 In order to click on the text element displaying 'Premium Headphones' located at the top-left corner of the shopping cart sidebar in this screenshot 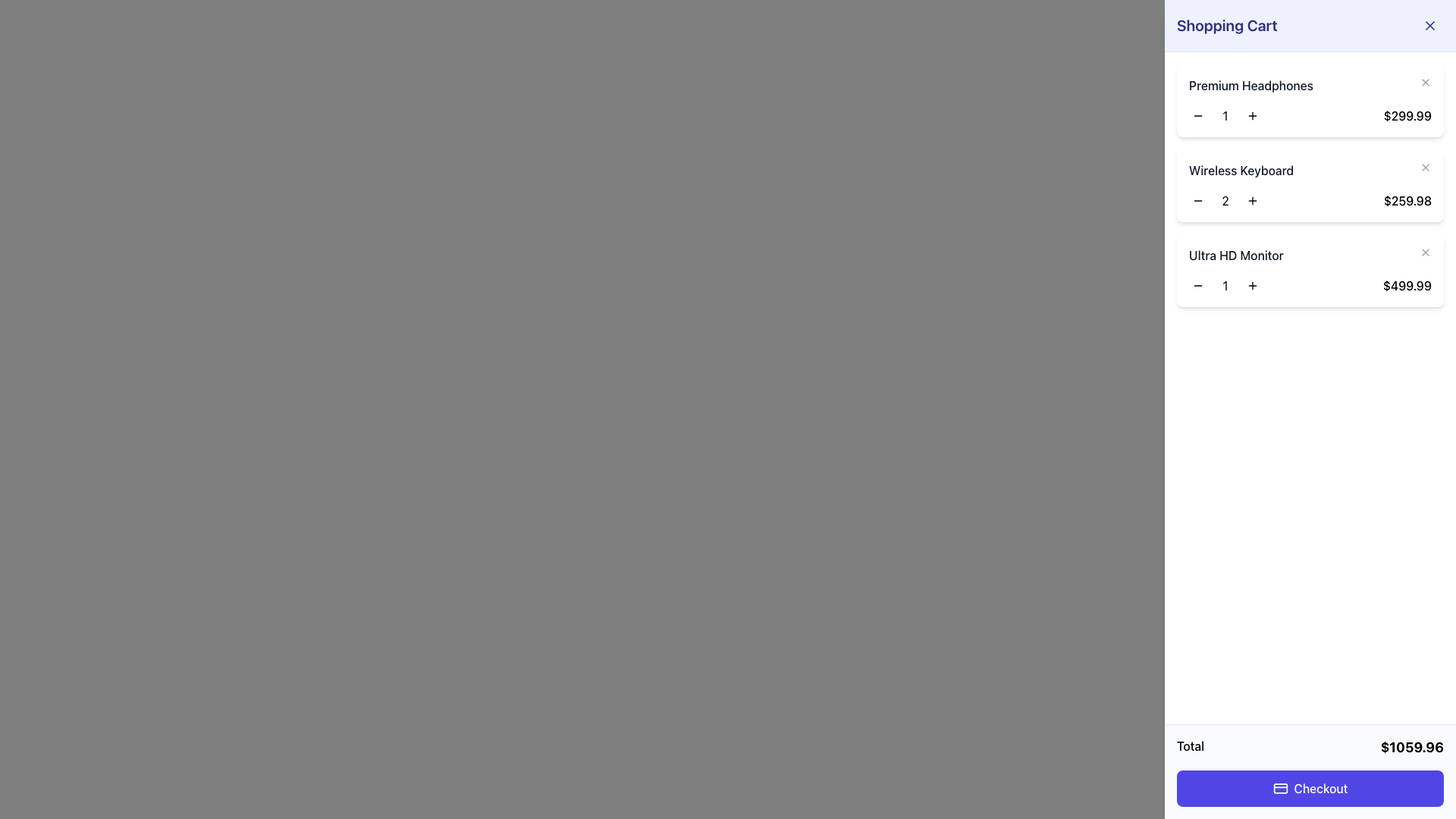, I will do `click(1251, 85)`.